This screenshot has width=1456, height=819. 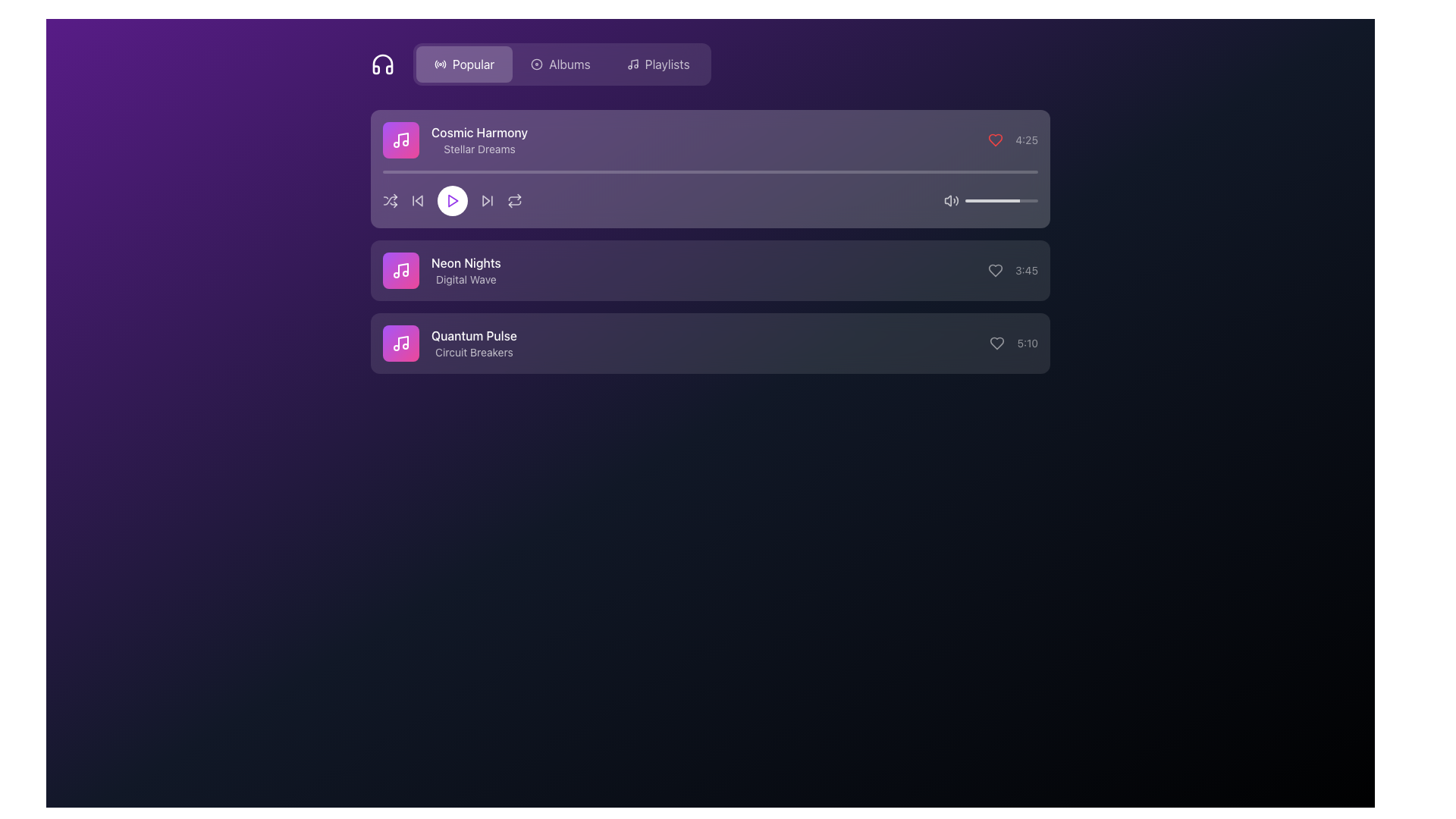 What do you see at coordinates (658, 63) in the screenshot?
I see `the 'Playlists' button on the navigation bar` at bounding box center [658, 63].